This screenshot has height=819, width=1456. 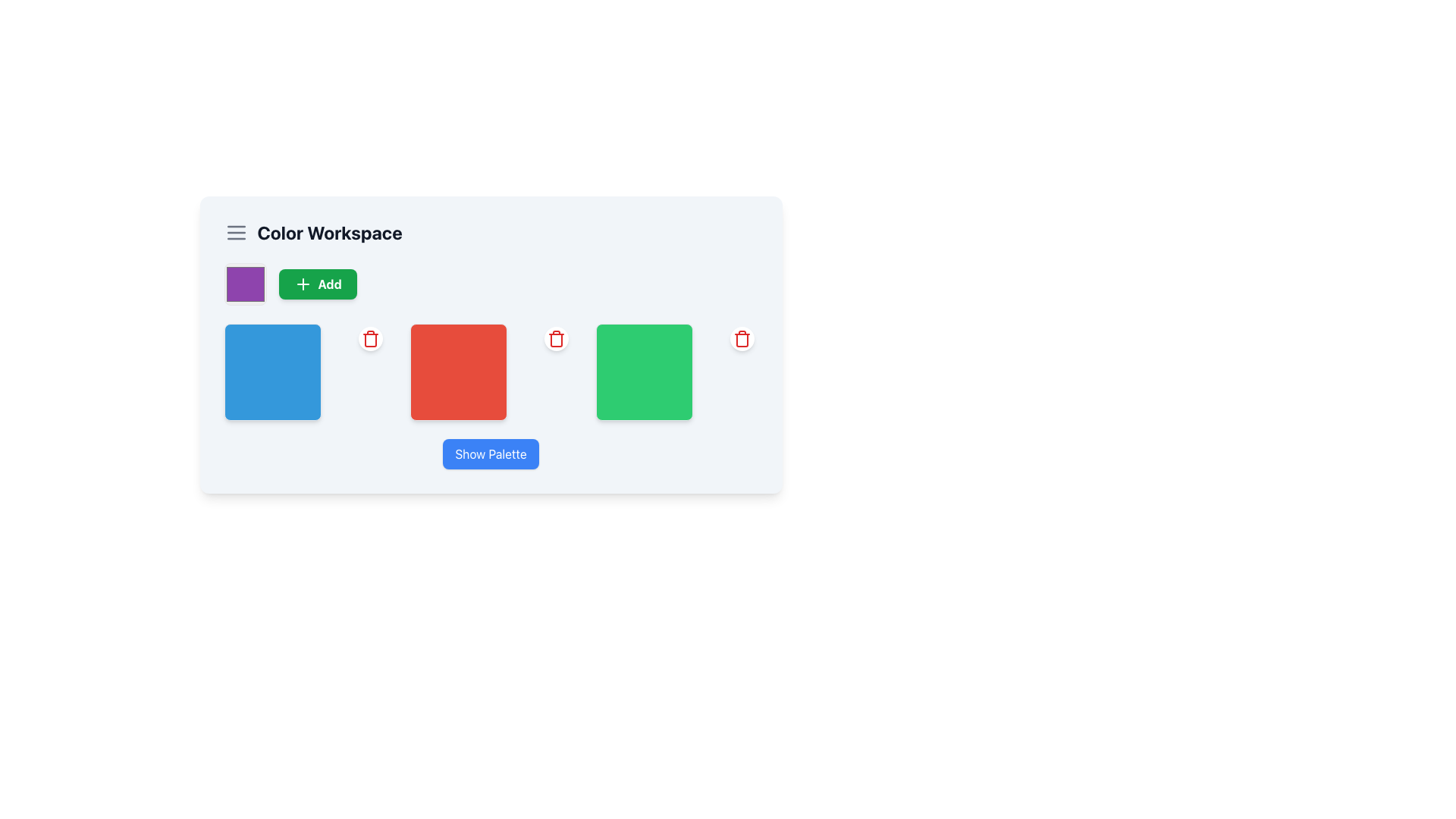 I want to click on the third Color Display Card in the horizontal list, so click(x=645, y=372).